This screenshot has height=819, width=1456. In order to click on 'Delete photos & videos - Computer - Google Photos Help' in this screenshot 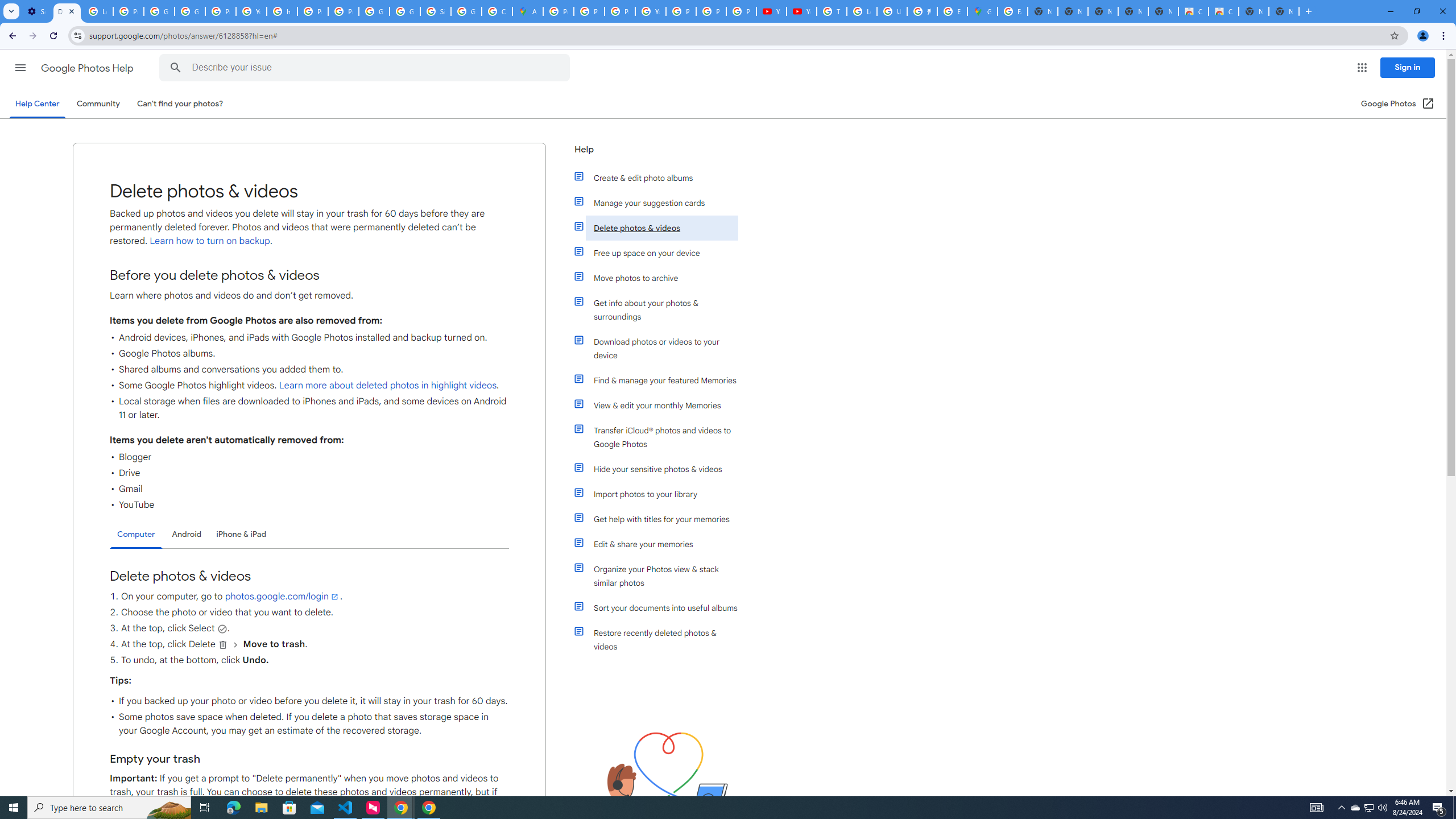, I will do `click(67, 11)`.